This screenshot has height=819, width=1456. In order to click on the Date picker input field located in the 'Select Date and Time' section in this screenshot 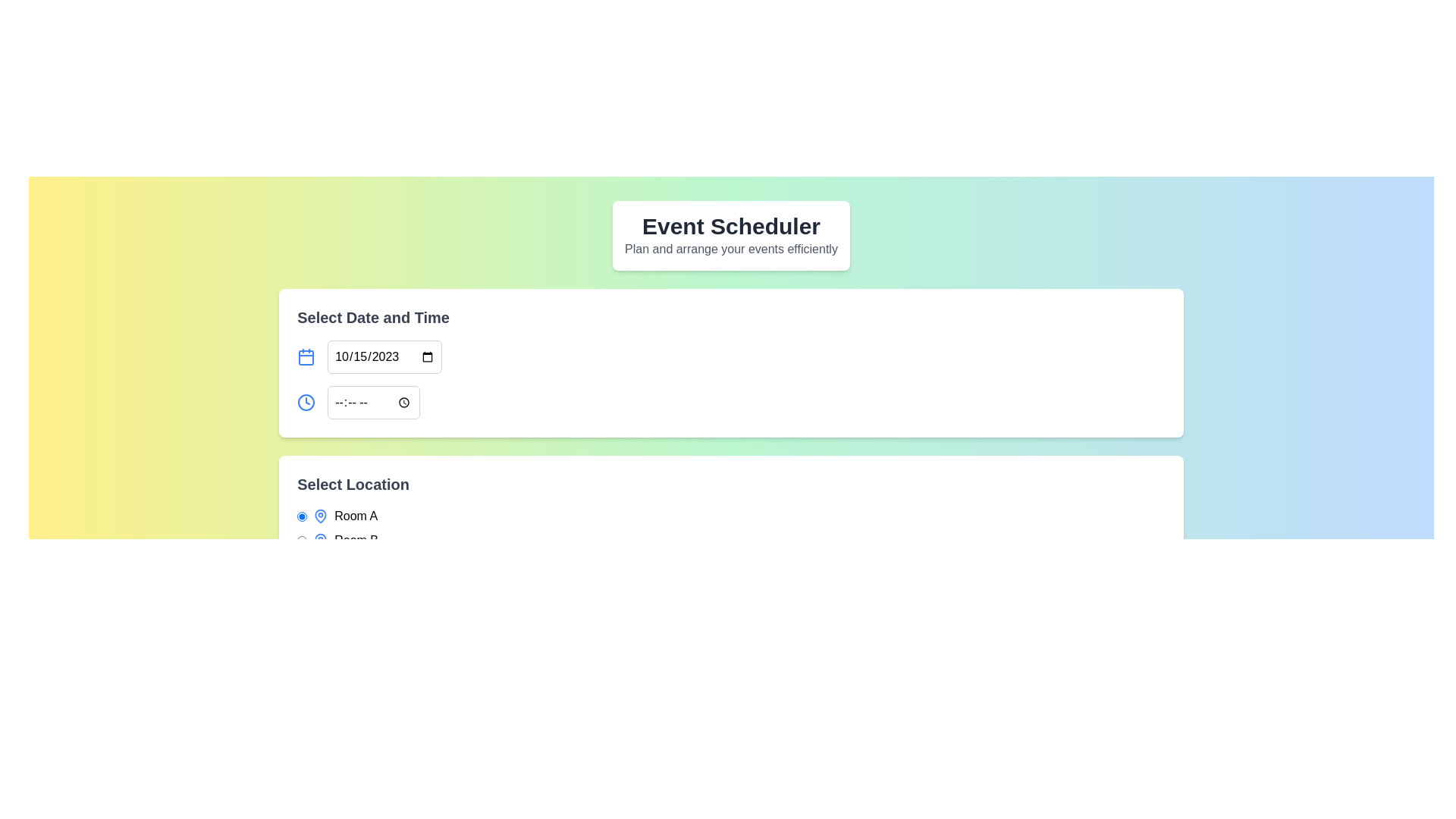, I will do `click(384, 356)`.